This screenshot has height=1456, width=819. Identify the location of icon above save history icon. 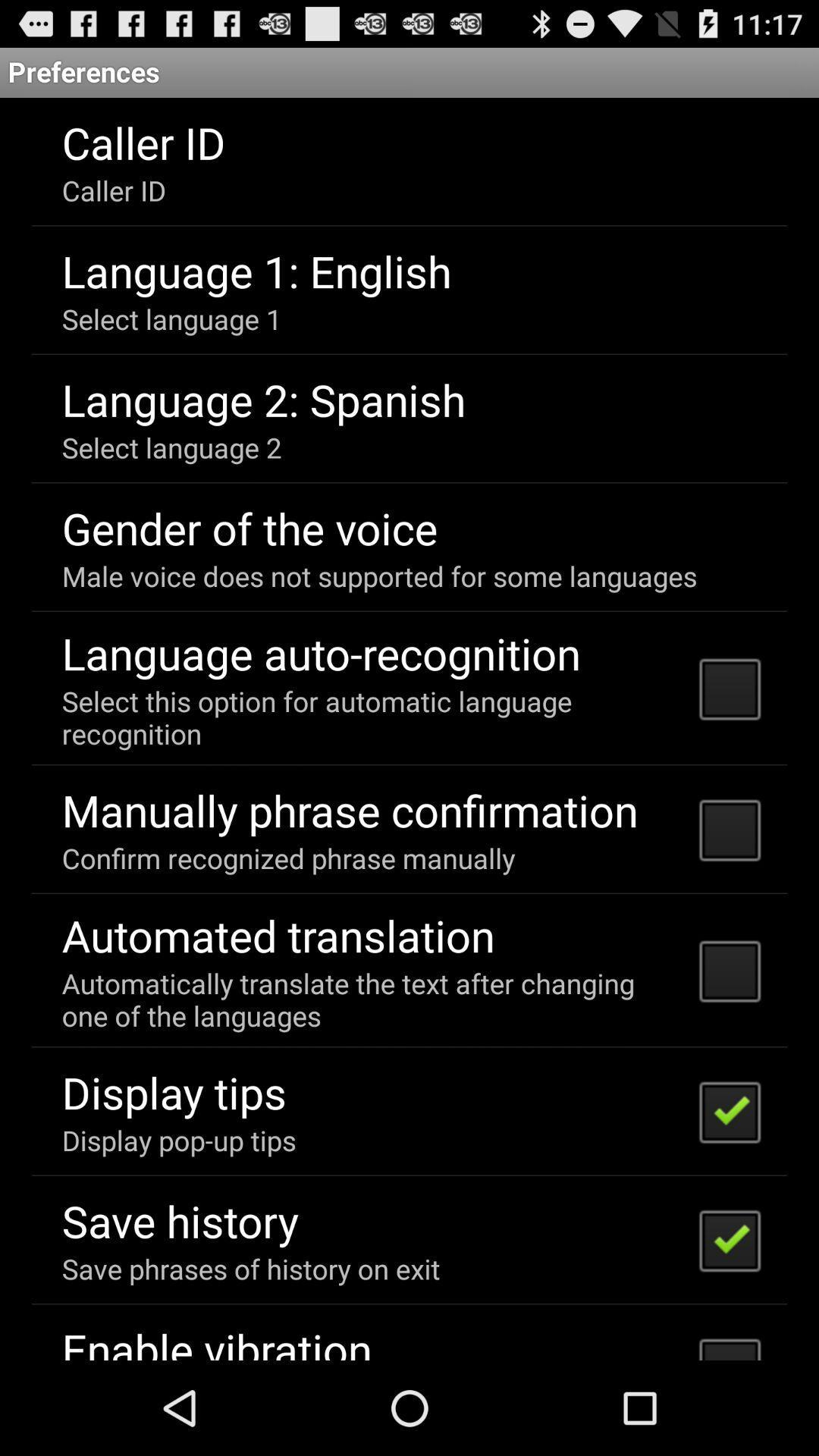
(178, 1140).